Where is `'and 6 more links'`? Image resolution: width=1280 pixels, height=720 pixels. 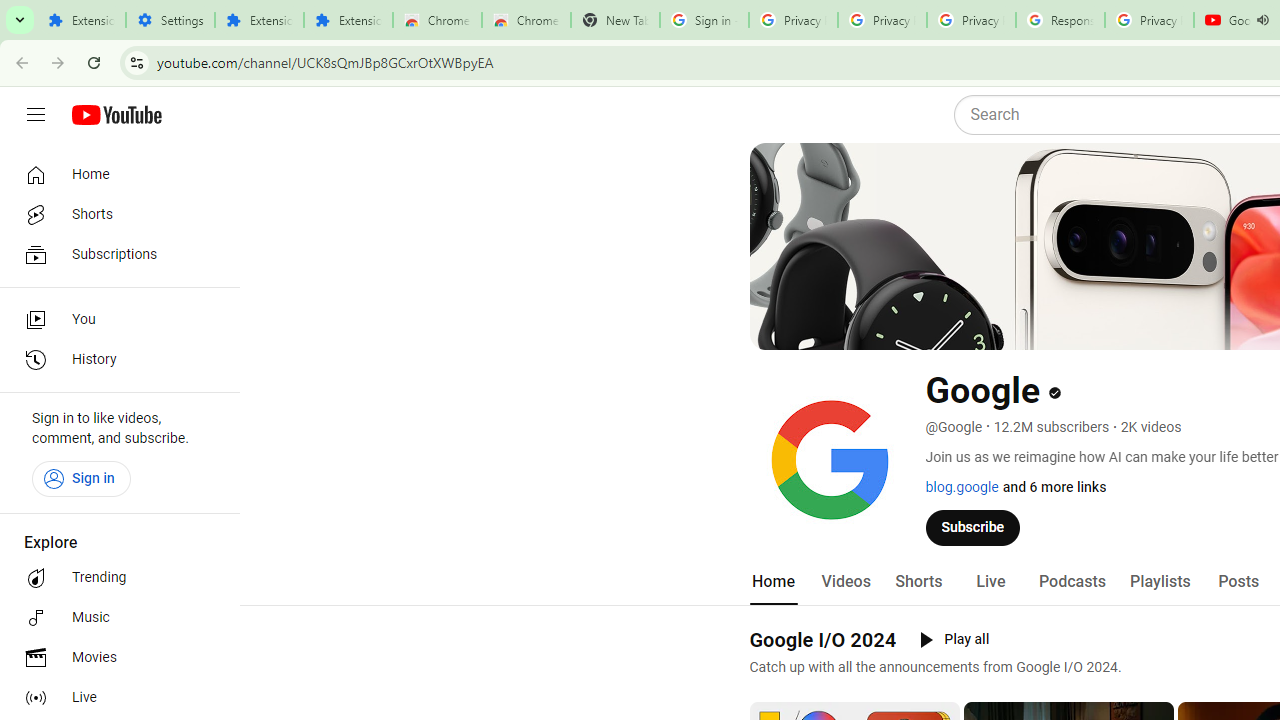 'and 6 more links' is located at coordinates (1053, 487).